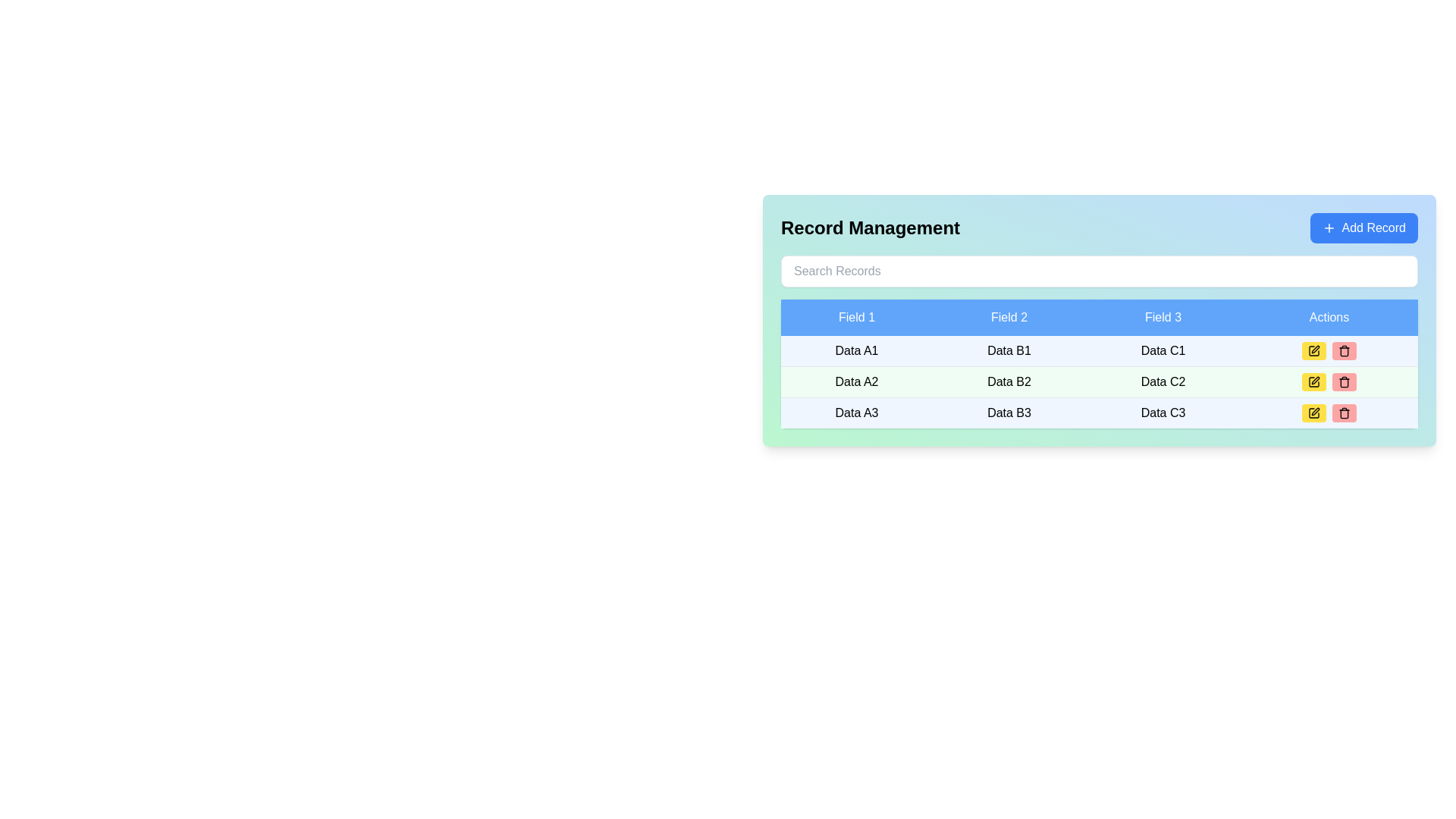  Describe the element at coordinates (1313, 413) in the screenshot. I see `the yellow button with a pen icon located in the 'Actions' column of the last row in the table` at that location.